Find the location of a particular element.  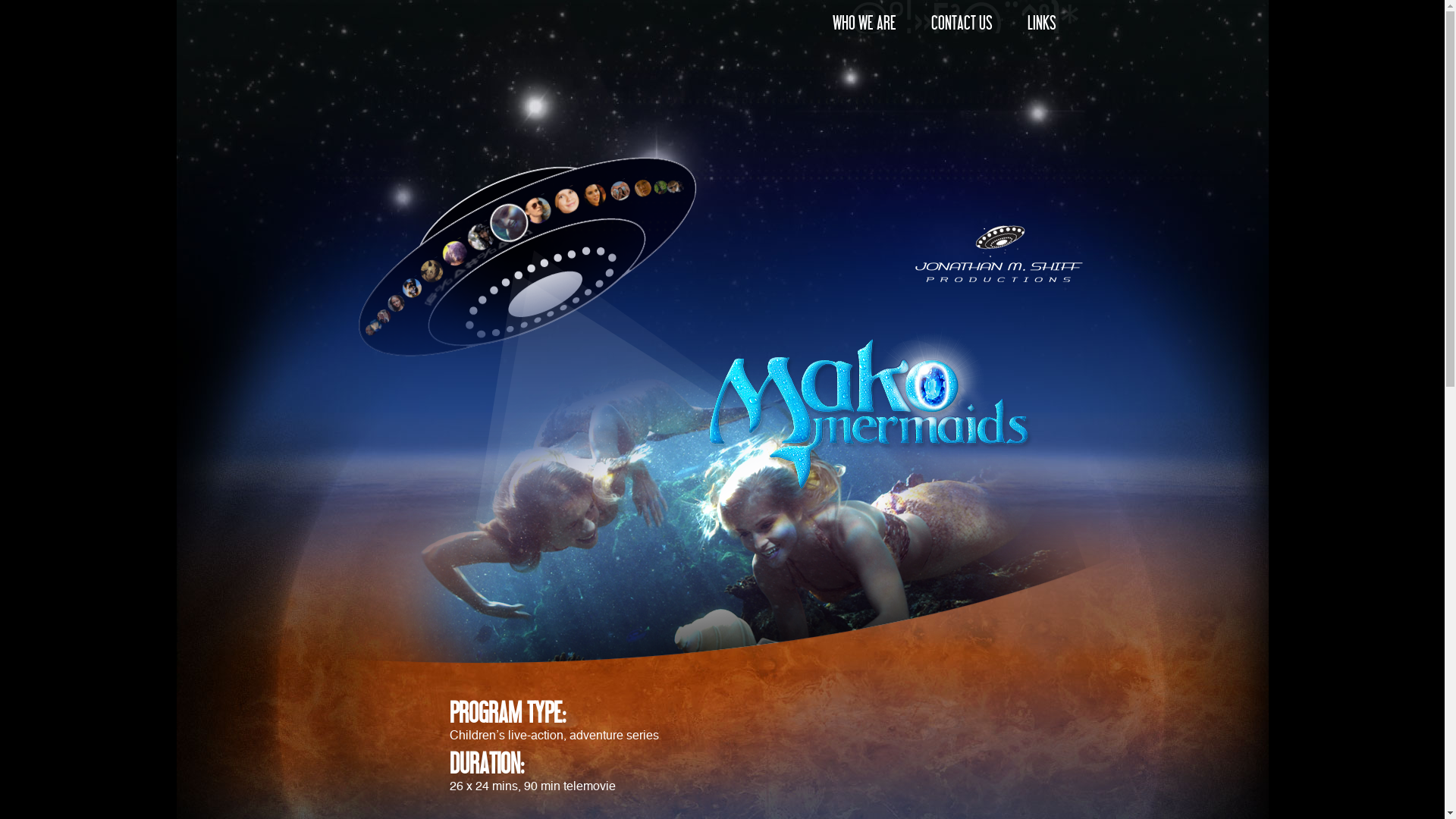

'H20 - JUST ADD WATER' is located at coordinates (617, 190).